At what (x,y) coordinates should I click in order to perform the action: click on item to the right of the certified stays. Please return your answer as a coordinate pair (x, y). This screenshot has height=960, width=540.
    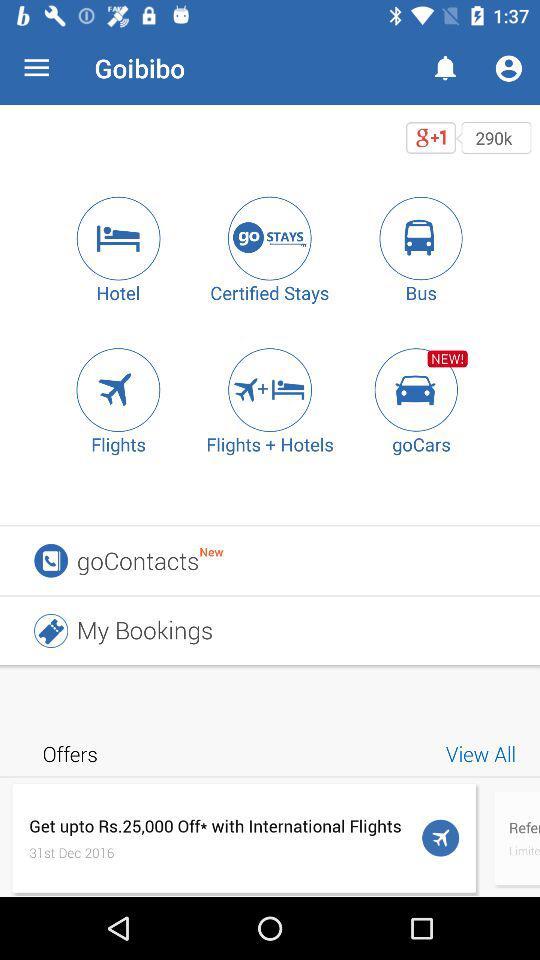
    Looking at the image, I should click on (420, 238).